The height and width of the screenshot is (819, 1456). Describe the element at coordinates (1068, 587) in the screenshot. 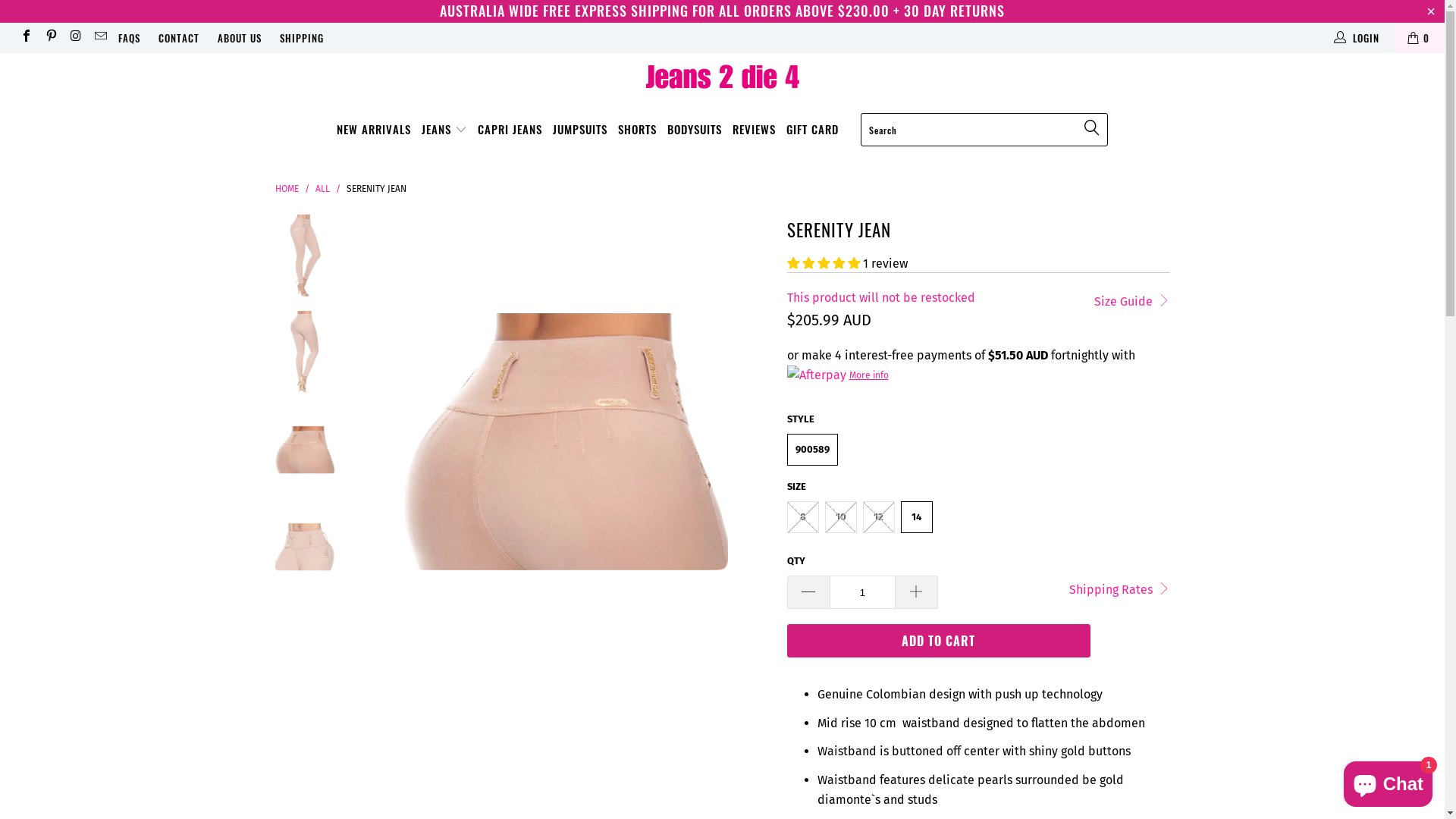

I see `'Shipping Rates'` at that location.